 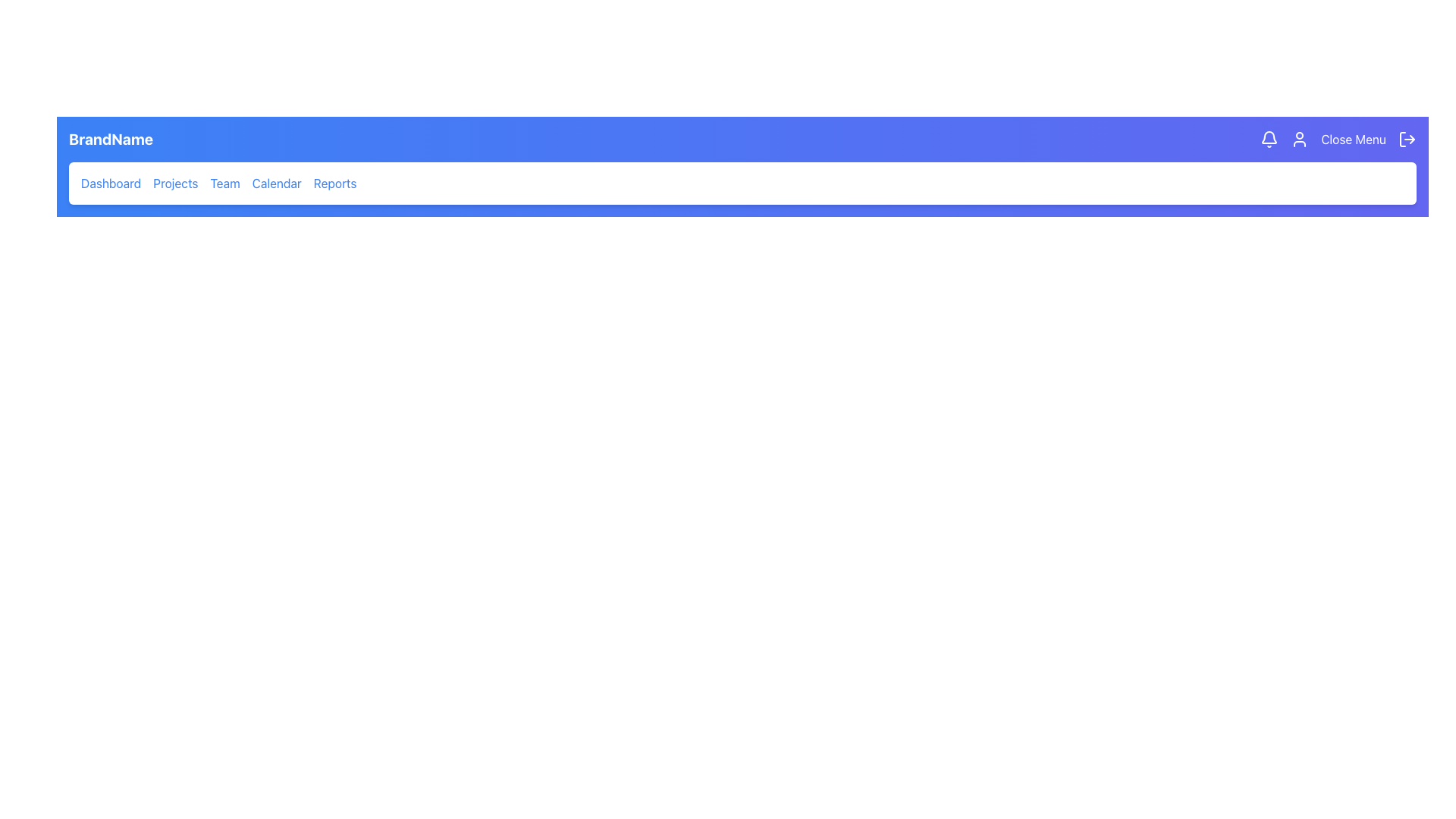 What do you see at coordinates (1269, 137) in the screenshot?
I see `the bell-shaped notification icon located in the top-right corner of the navigation bar, which is immediately to the left of the user profile icon` at bounding box center [1269, 137].